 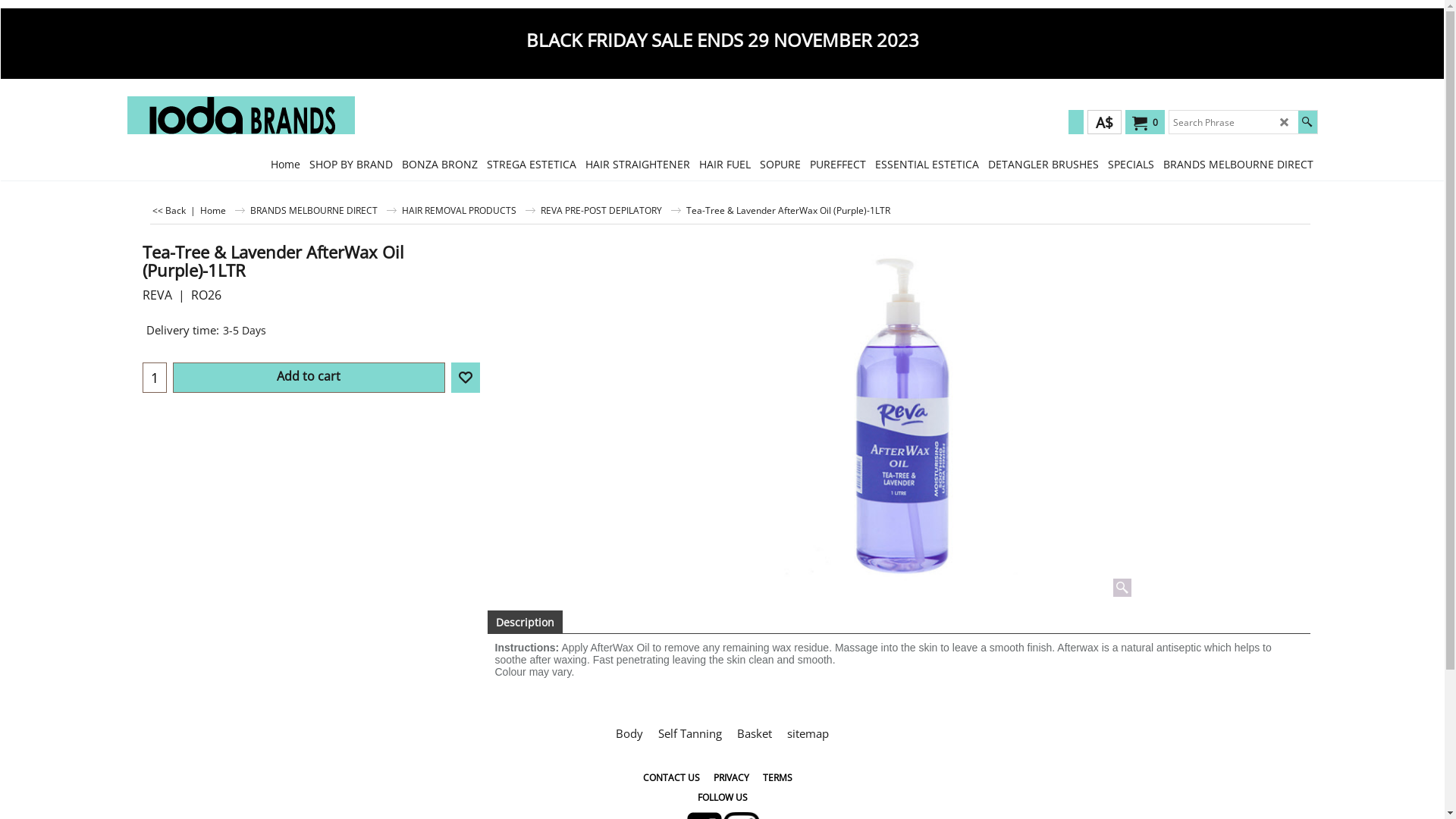 I want to click on 'LD_CANCEL', so click(x=1283, y=121).